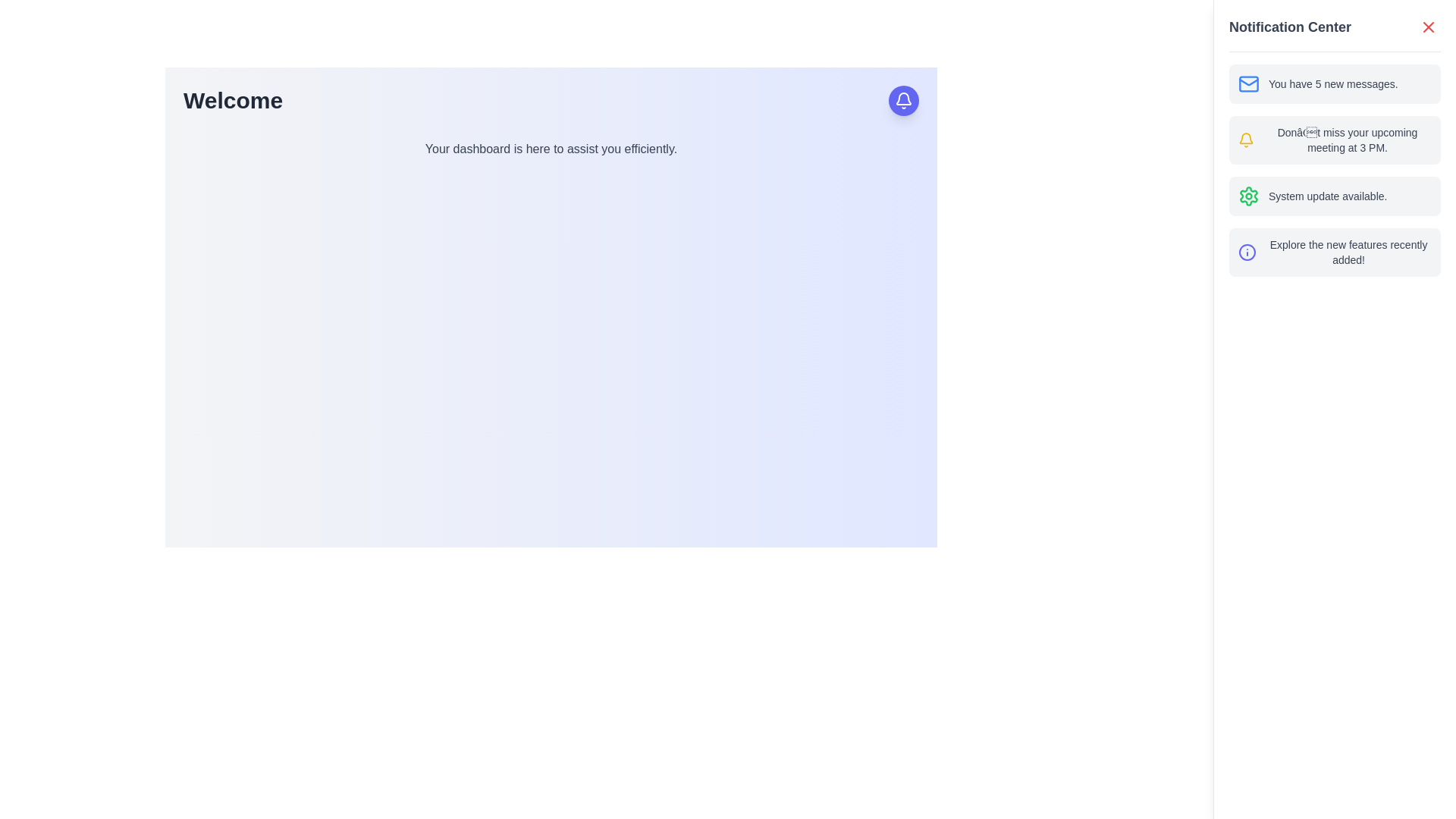  I want to click on the 'X' icon on the right side of the header bar, so click(1335, 33).